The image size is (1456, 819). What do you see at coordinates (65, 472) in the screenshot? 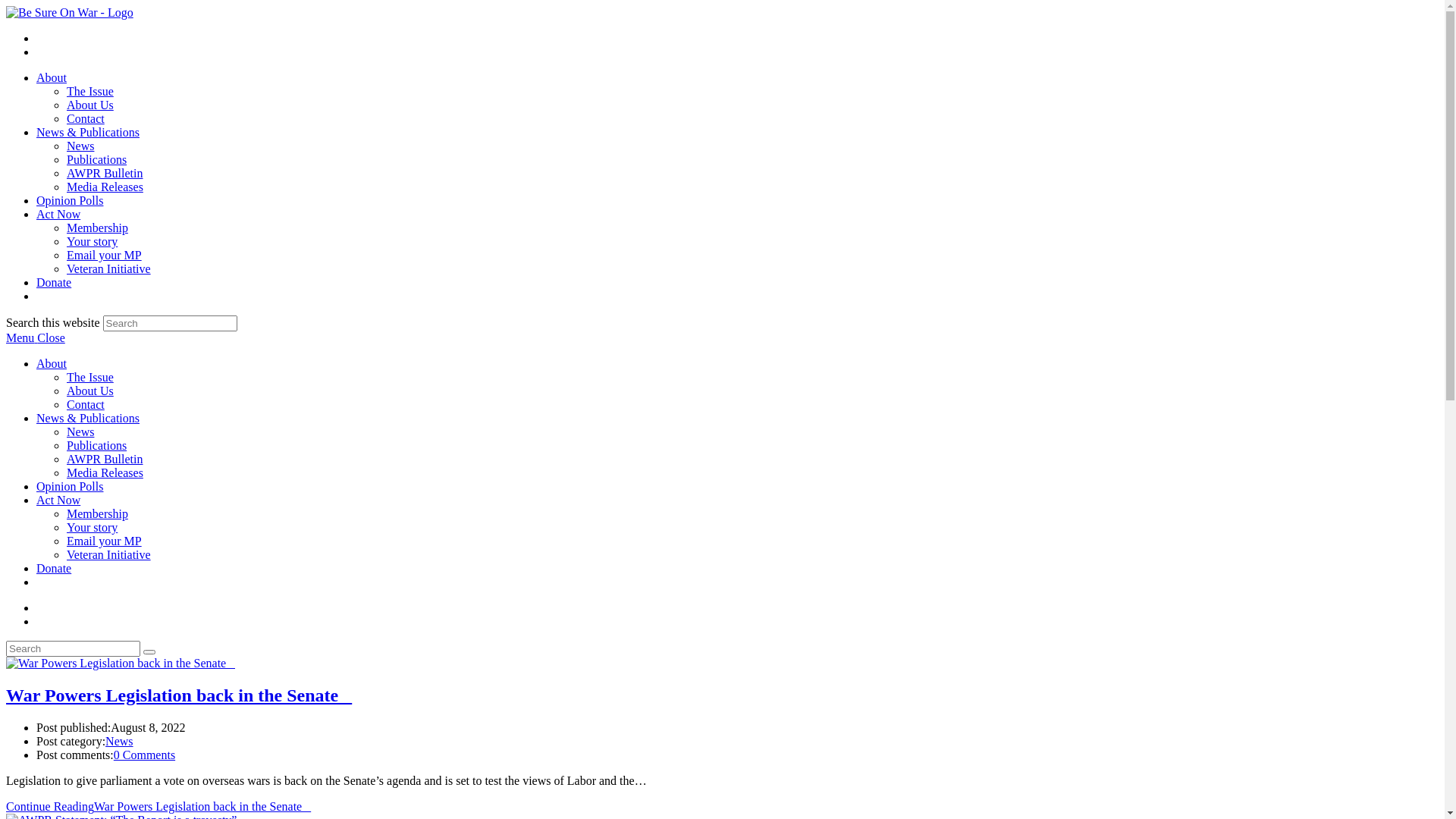
I see `'Media Releases'` at bounding box center [65, 472].